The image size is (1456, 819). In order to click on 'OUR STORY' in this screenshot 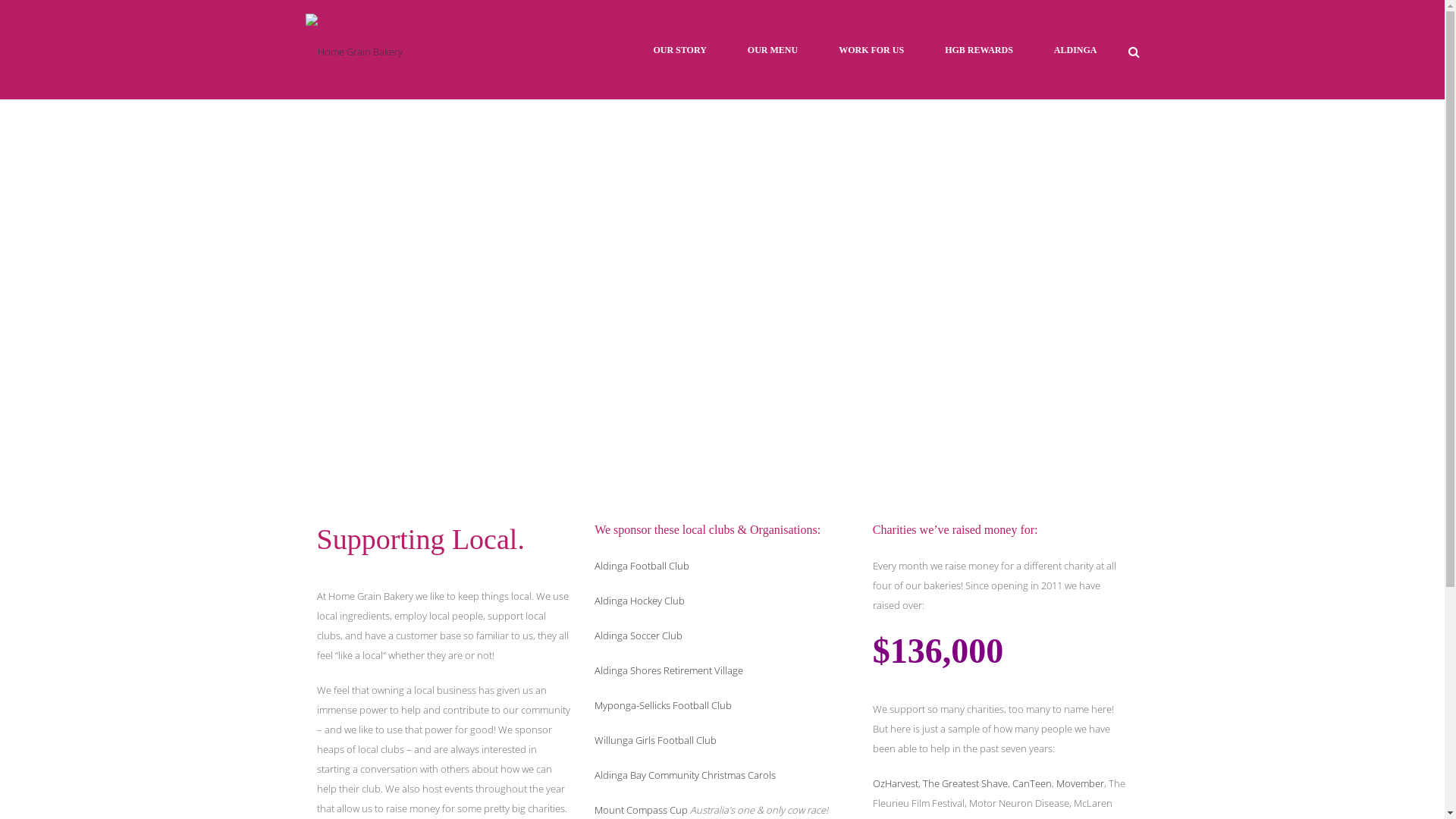, I will do `click(679, 49)`.